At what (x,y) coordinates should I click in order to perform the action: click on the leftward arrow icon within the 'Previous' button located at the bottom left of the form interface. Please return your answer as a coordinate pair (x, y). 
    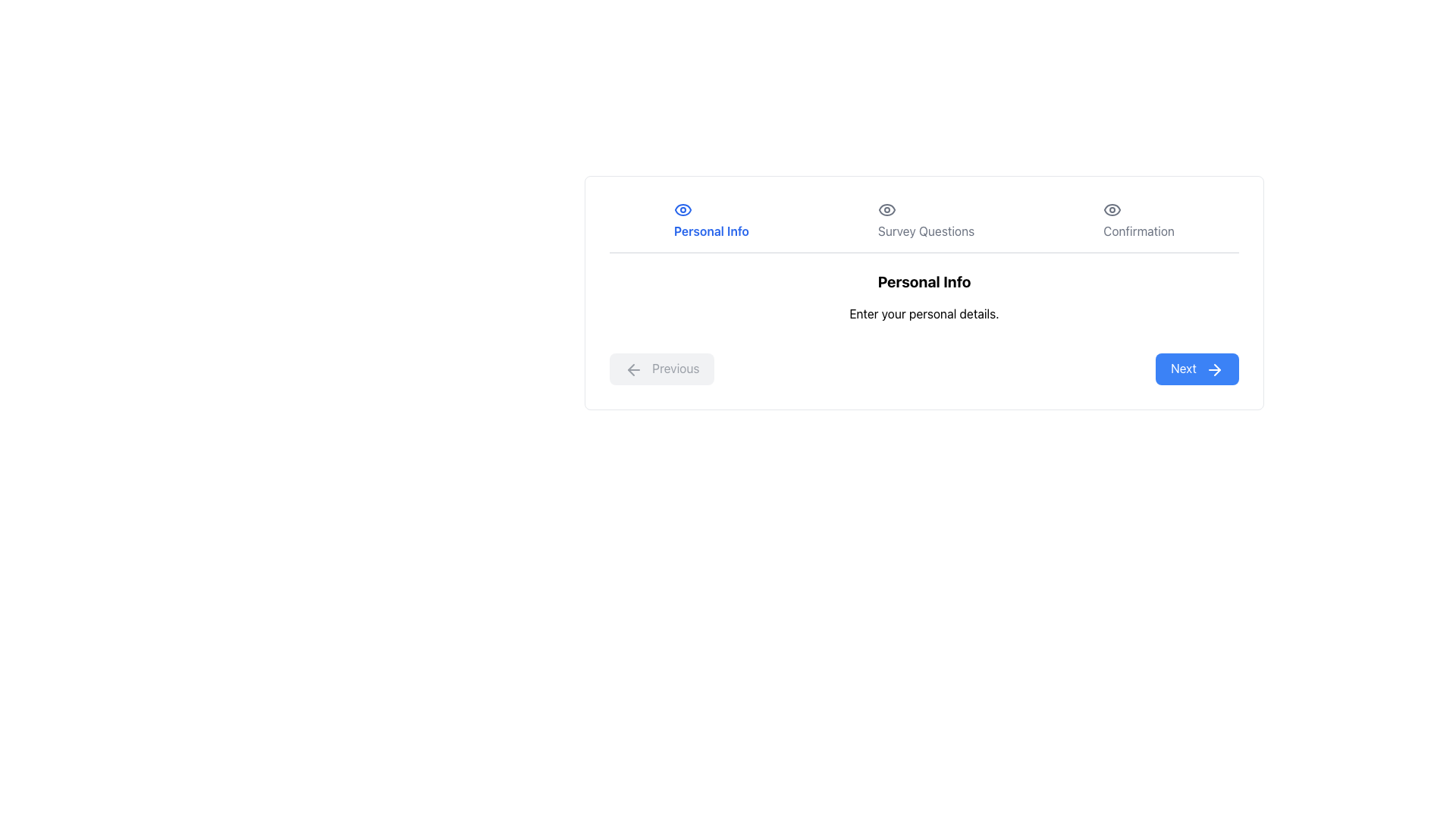
    Looking at the image, I should click on (633, 369).